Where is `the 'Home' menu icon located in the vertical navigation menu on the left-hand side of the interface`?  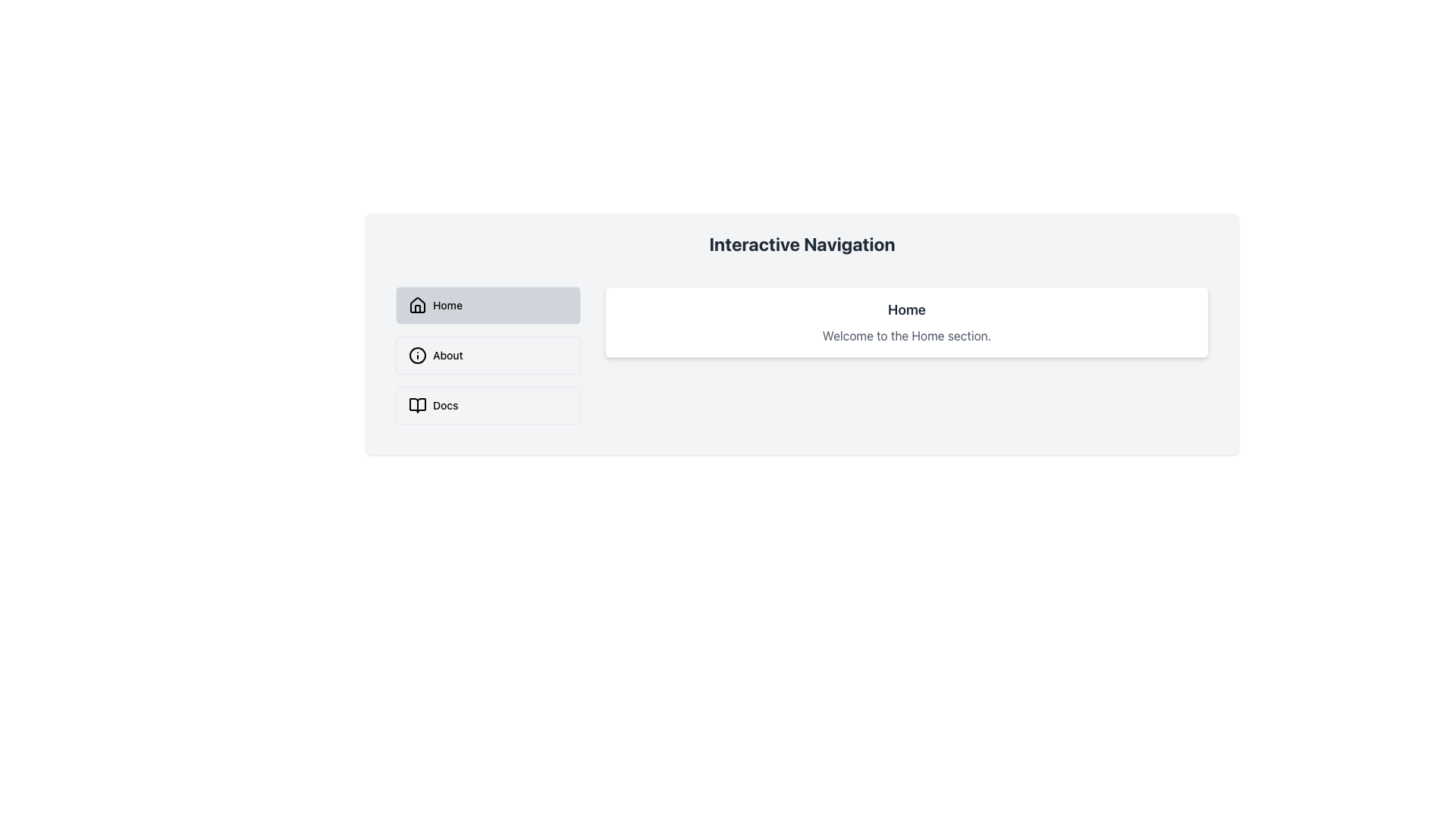
the 'Home' menu icon located in the vertical navigation menu on the left-hand side of the interface is located at coordinates (418, 304).